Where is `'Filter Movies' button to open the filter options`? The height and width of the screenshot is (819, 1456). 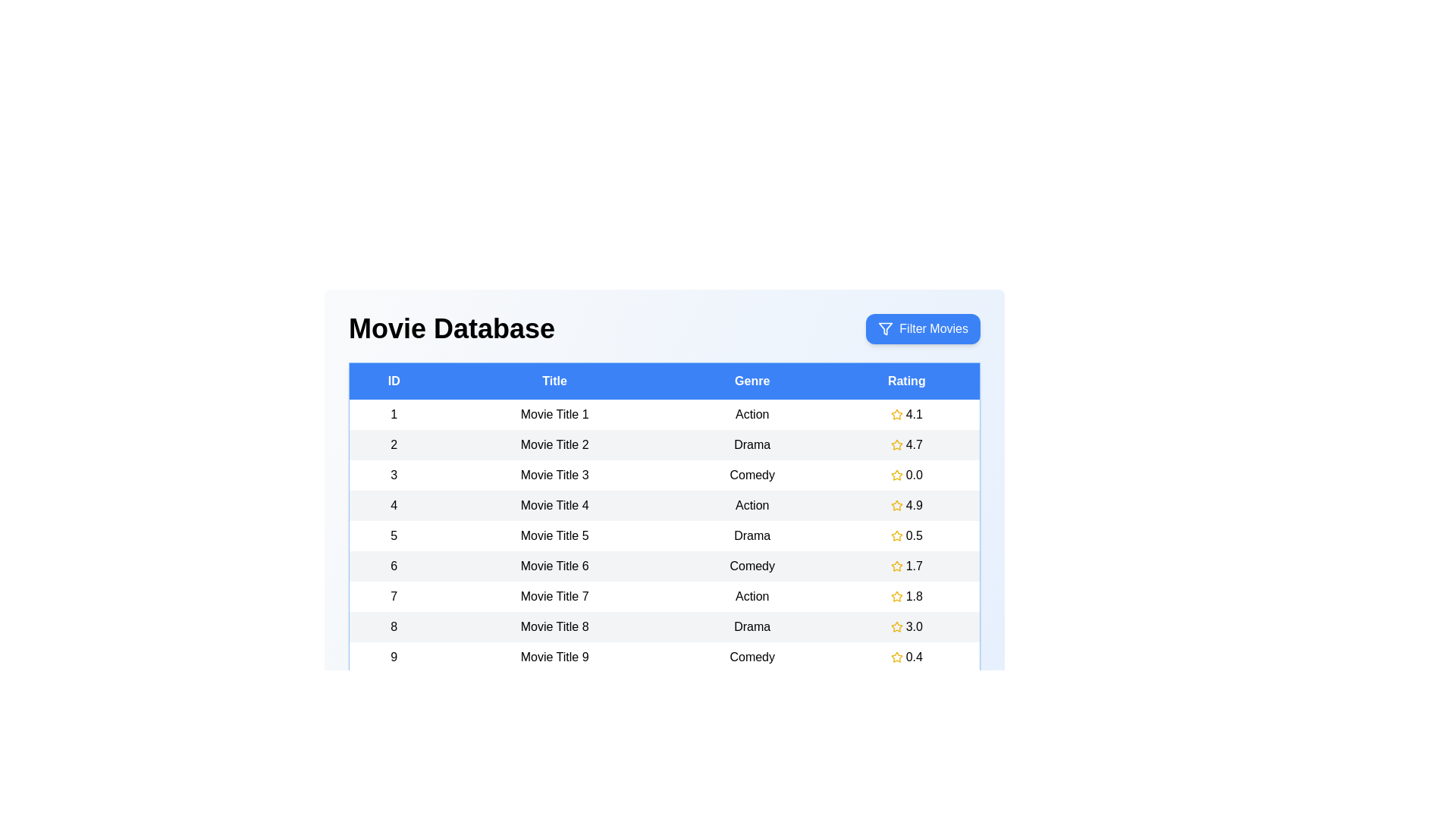
'Filter Movies' button to open the filter options is located at coordinates (922, 328).